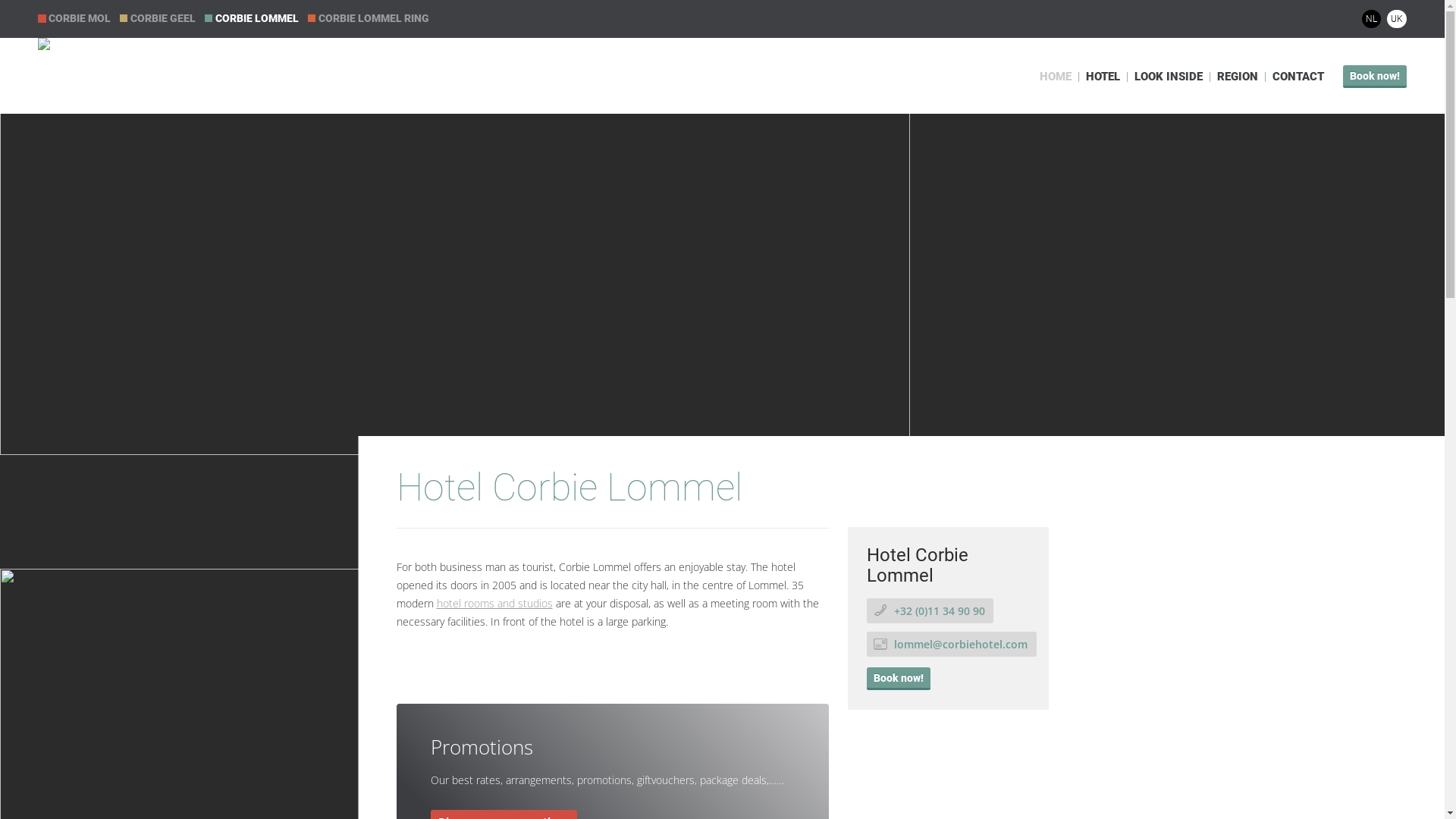  What do you see at coordinates (1298, 76) in the screenshot?
I see `'CONTACT'` at bounding box center [1298, 76].